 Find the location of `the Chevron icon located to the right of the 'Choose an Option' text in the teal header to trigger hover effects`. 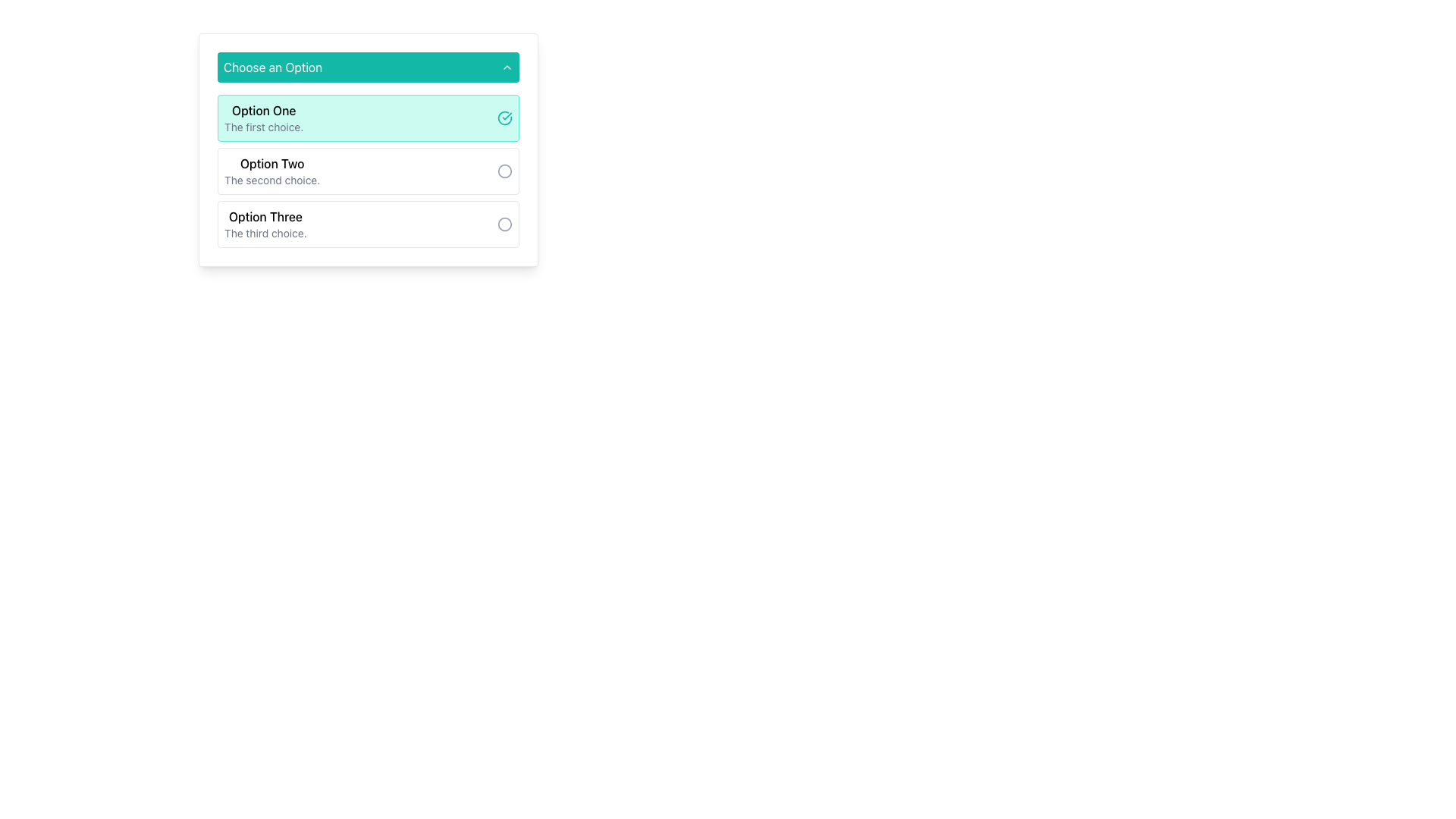

the Chevron icon located to the right of the 'Choose an Option' text in the teal header to trigger hover effects is located at coordinates (507, 66).